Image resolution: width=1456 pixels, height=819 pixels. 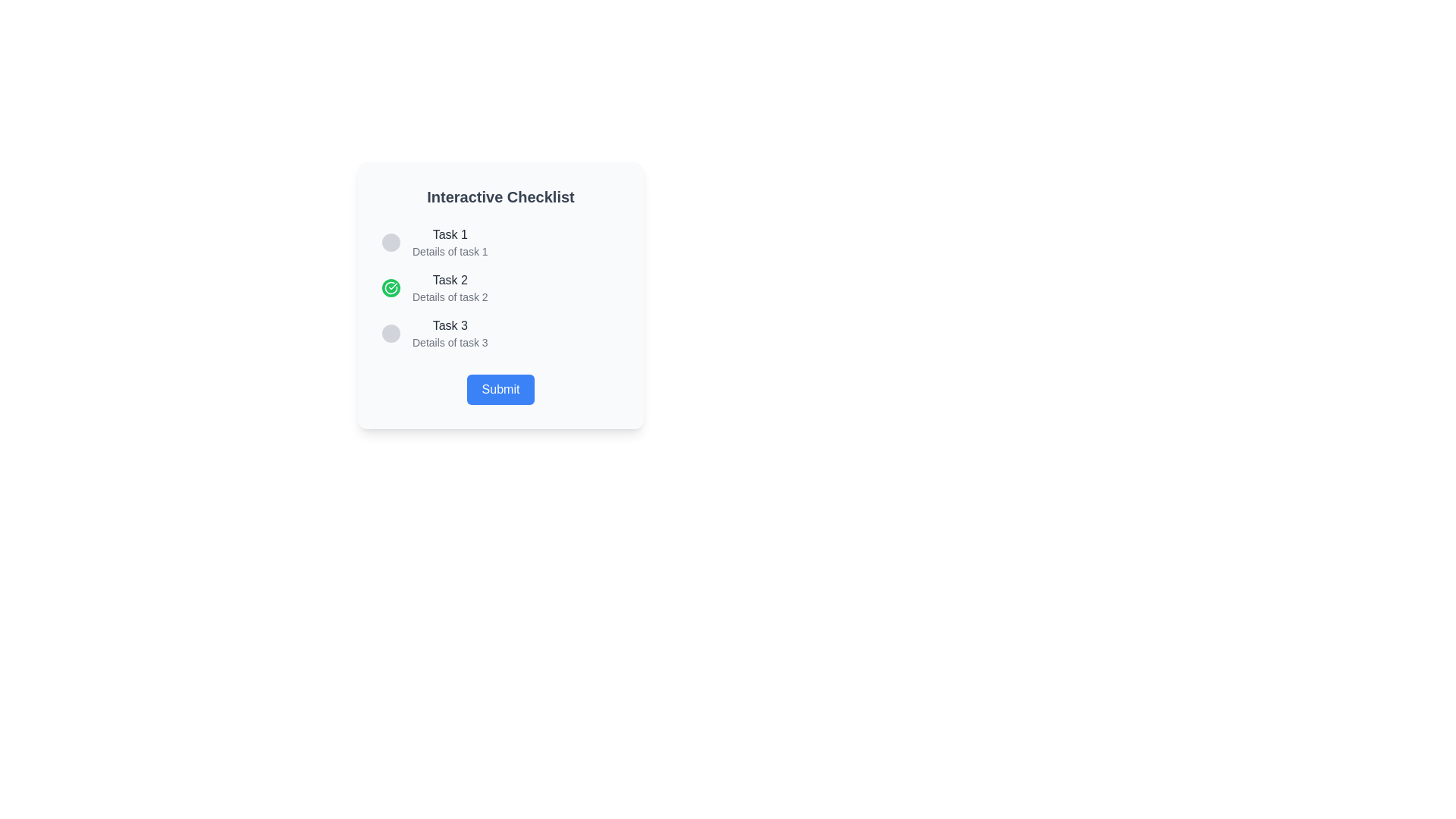 What do you see at coordinates (500, 196) in the screenshot?
I see `the 'Interactive Checklist' text label which is bold, large-sized, and dark gray, located at the top of its section card with rounded corners` at bounding box center [500, 196].